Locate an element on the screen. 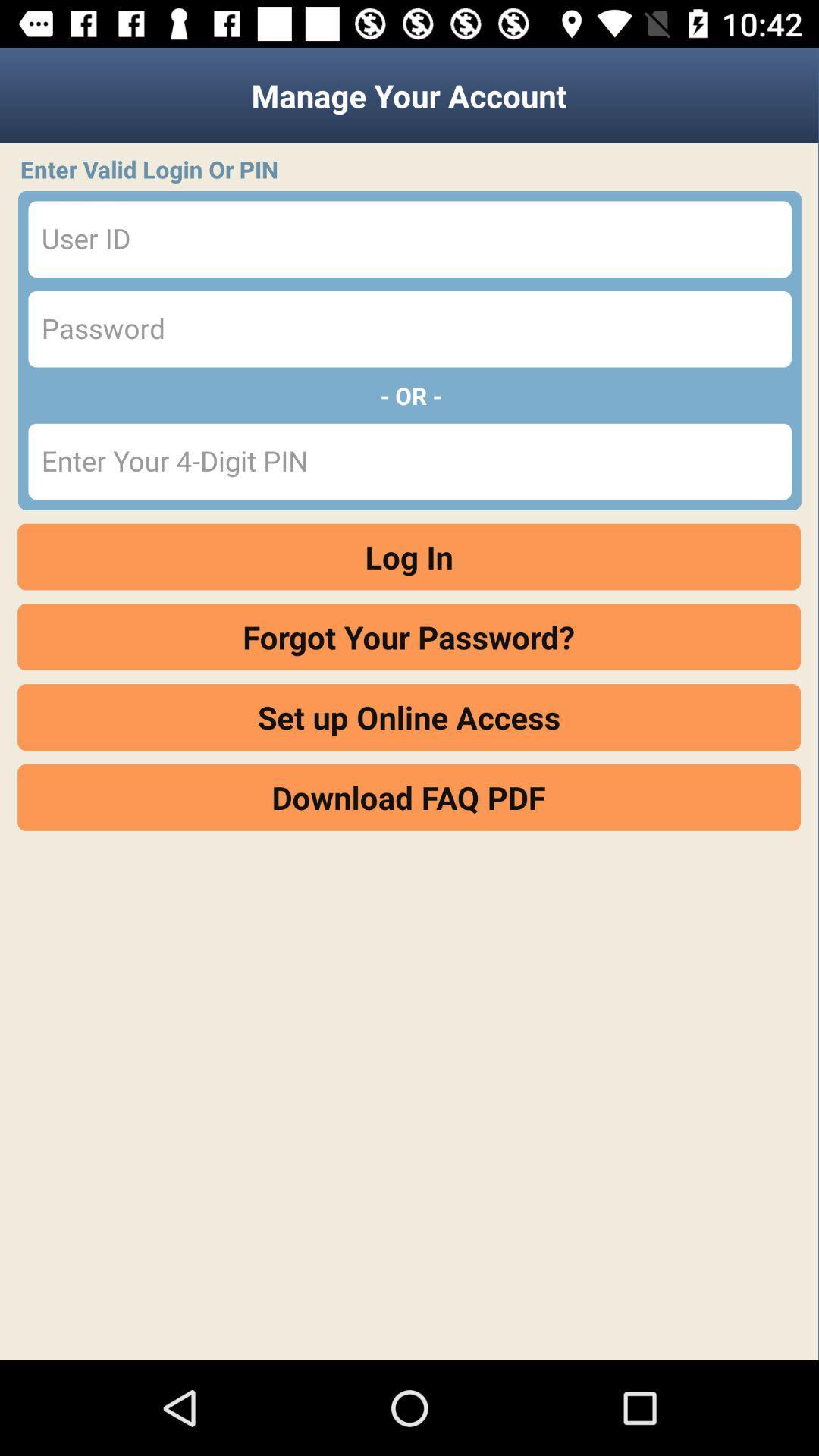  user id here is located at coordinates (409, 238).